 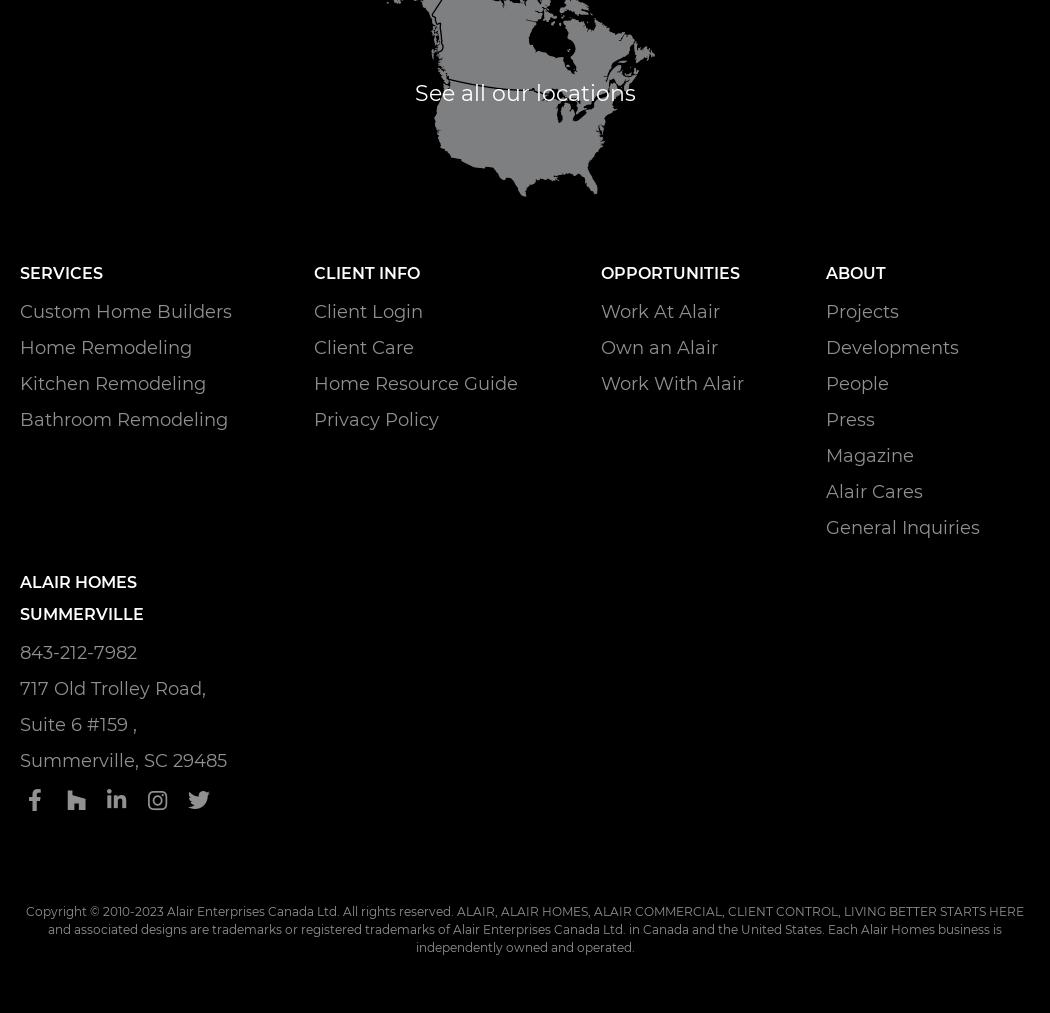 What do you see at coordinates (823, 270) in the screenshot?
I see `'About'` at bounding box center [823, 270].